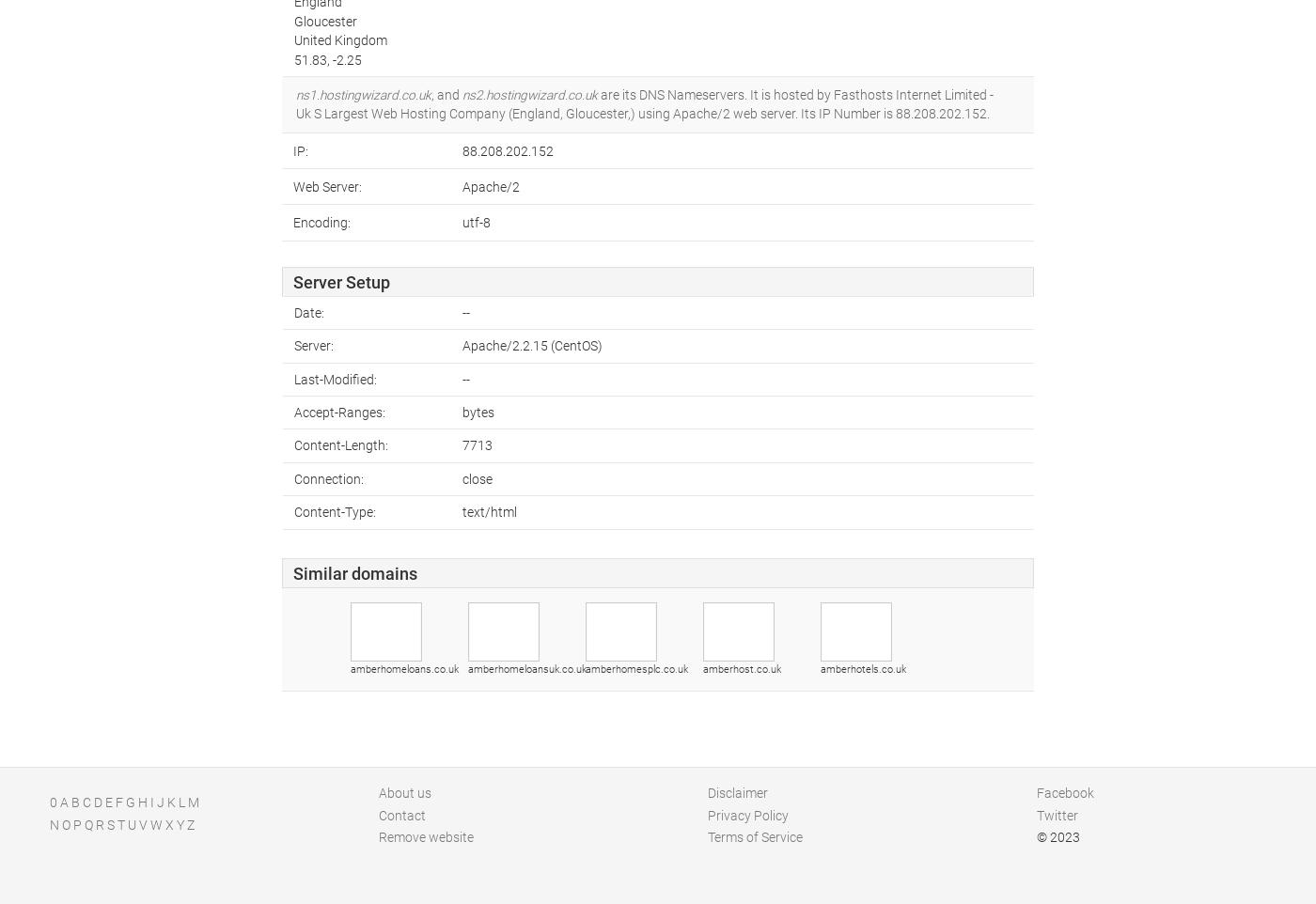  Describe the element at coordinates (530, 93) in the screenshot. I see `'ns2.hostingwizard.co.uk'` at that location.